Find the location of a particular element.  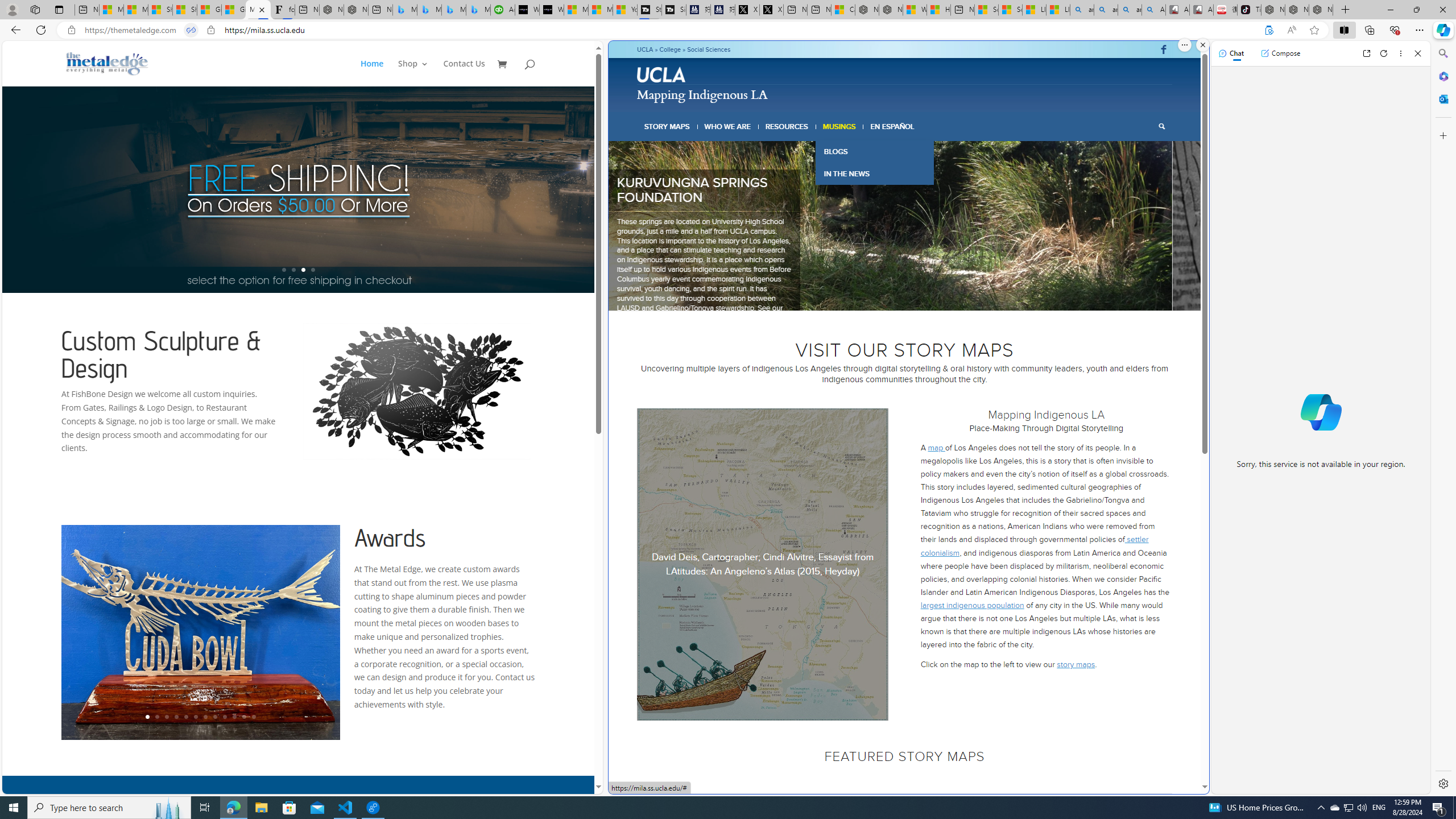

'Contact Us' is located at coordinates (464, 72).